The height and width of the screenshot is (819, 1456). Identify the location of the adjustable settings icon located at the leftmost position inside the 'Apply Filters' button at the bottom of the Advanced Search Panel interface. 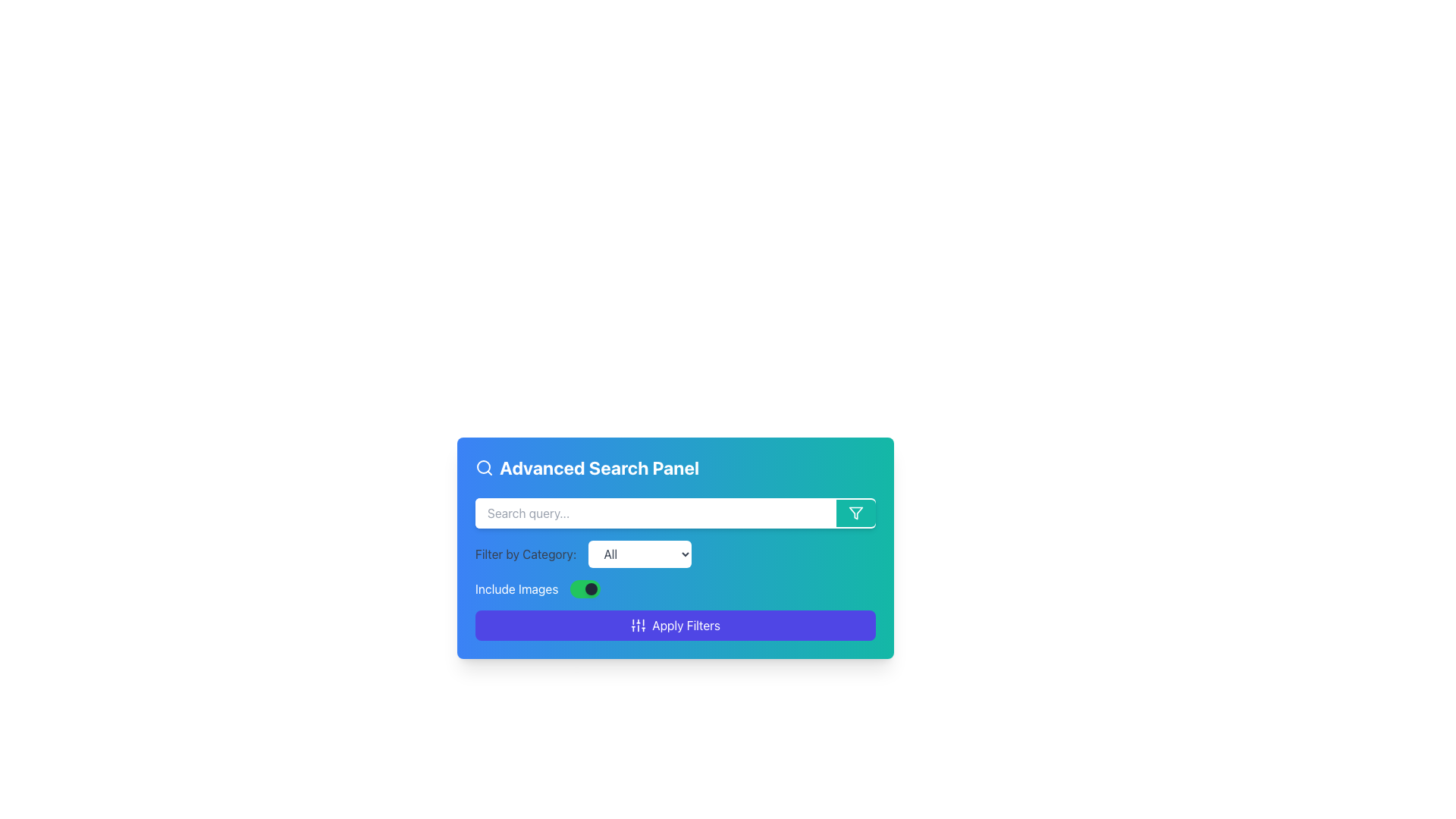
(639, 626).